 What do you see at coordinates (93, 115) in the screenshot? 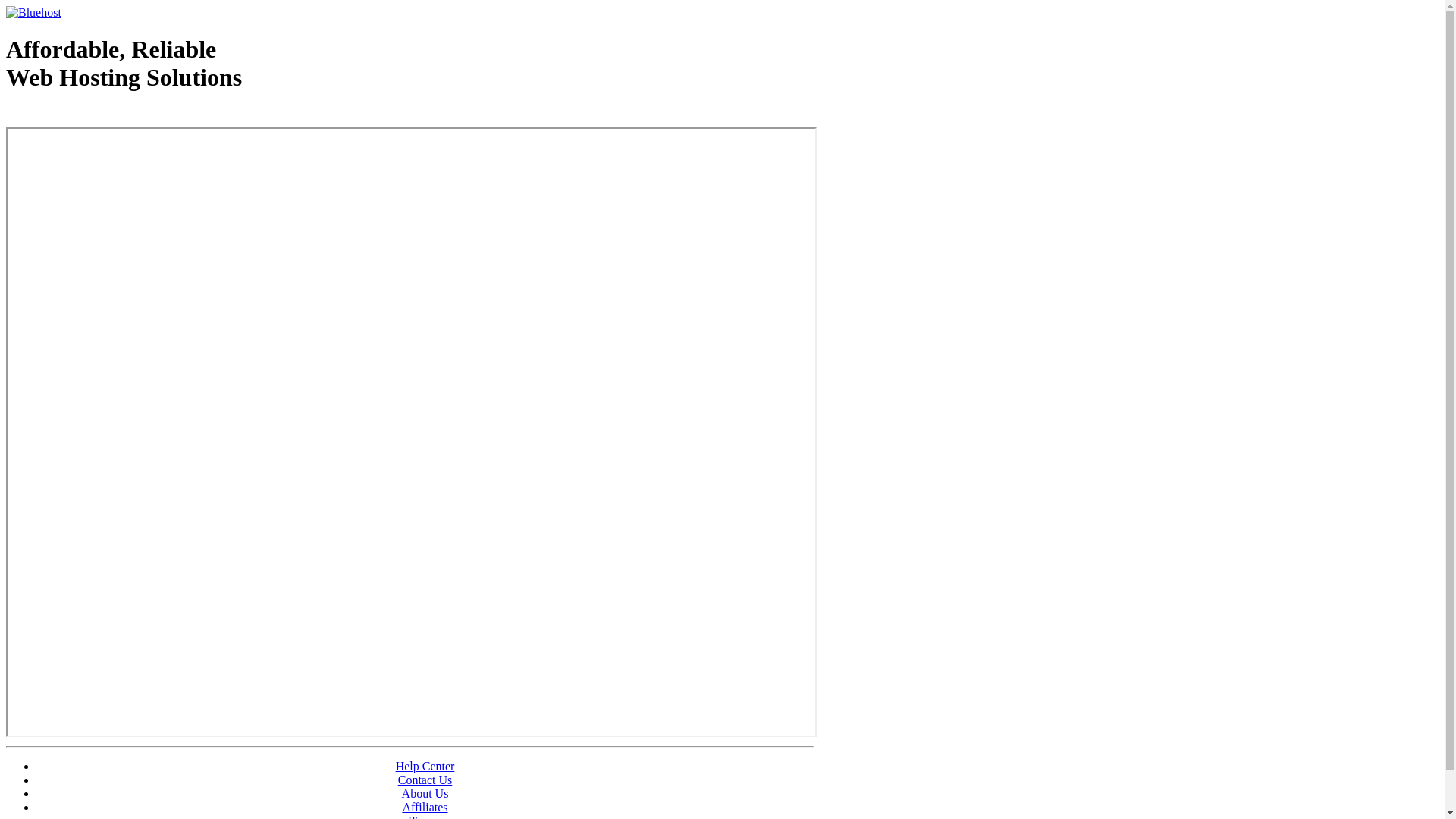
I see `'Web Hosting - courtesy of www.bluehost.com'` at bounding box center [93, 115].